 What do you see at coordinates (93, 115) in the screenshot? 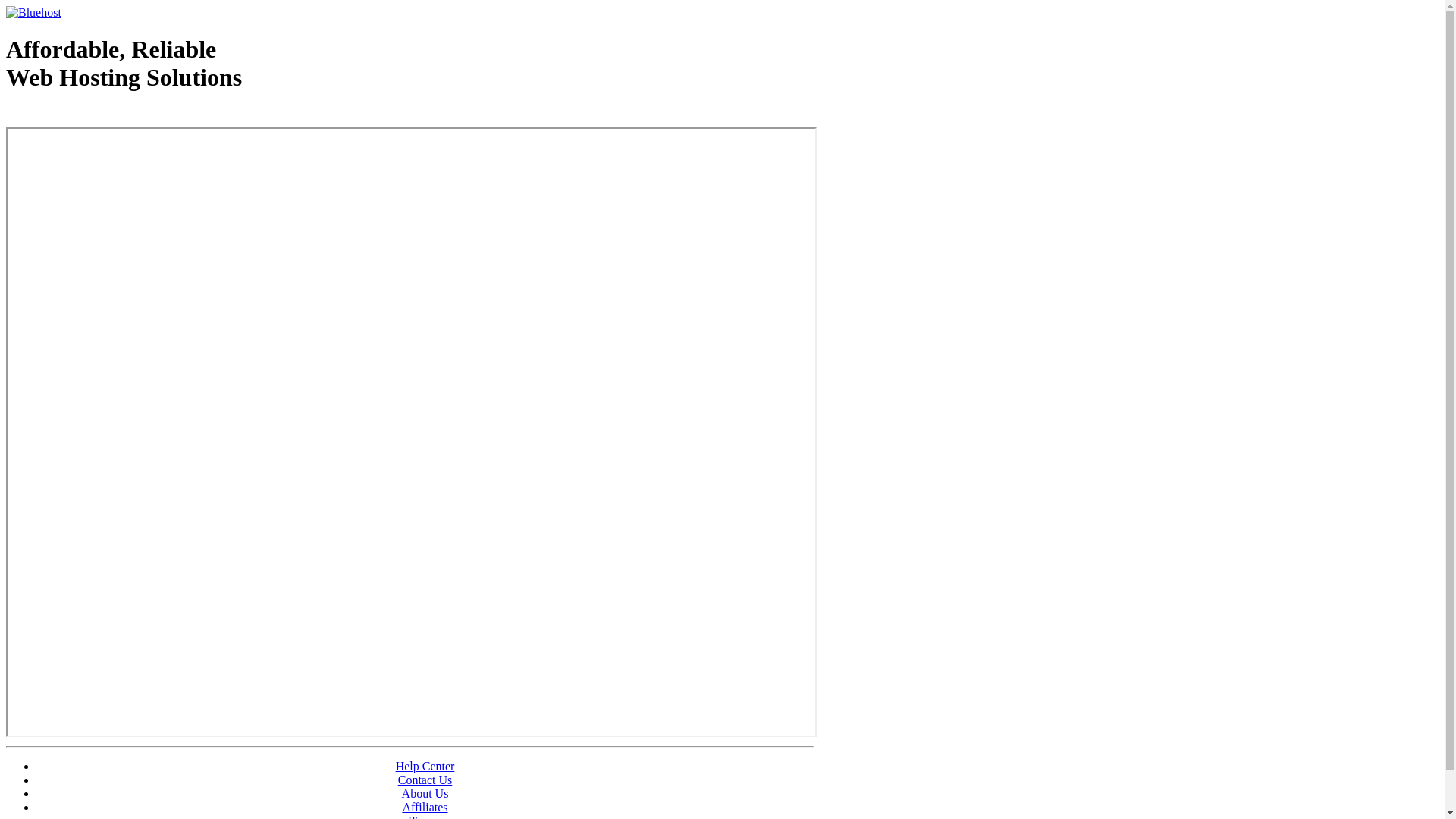
I see `'Web Hosting - courtesy of www.bluehost.com'` at bounding box center [93, 115].